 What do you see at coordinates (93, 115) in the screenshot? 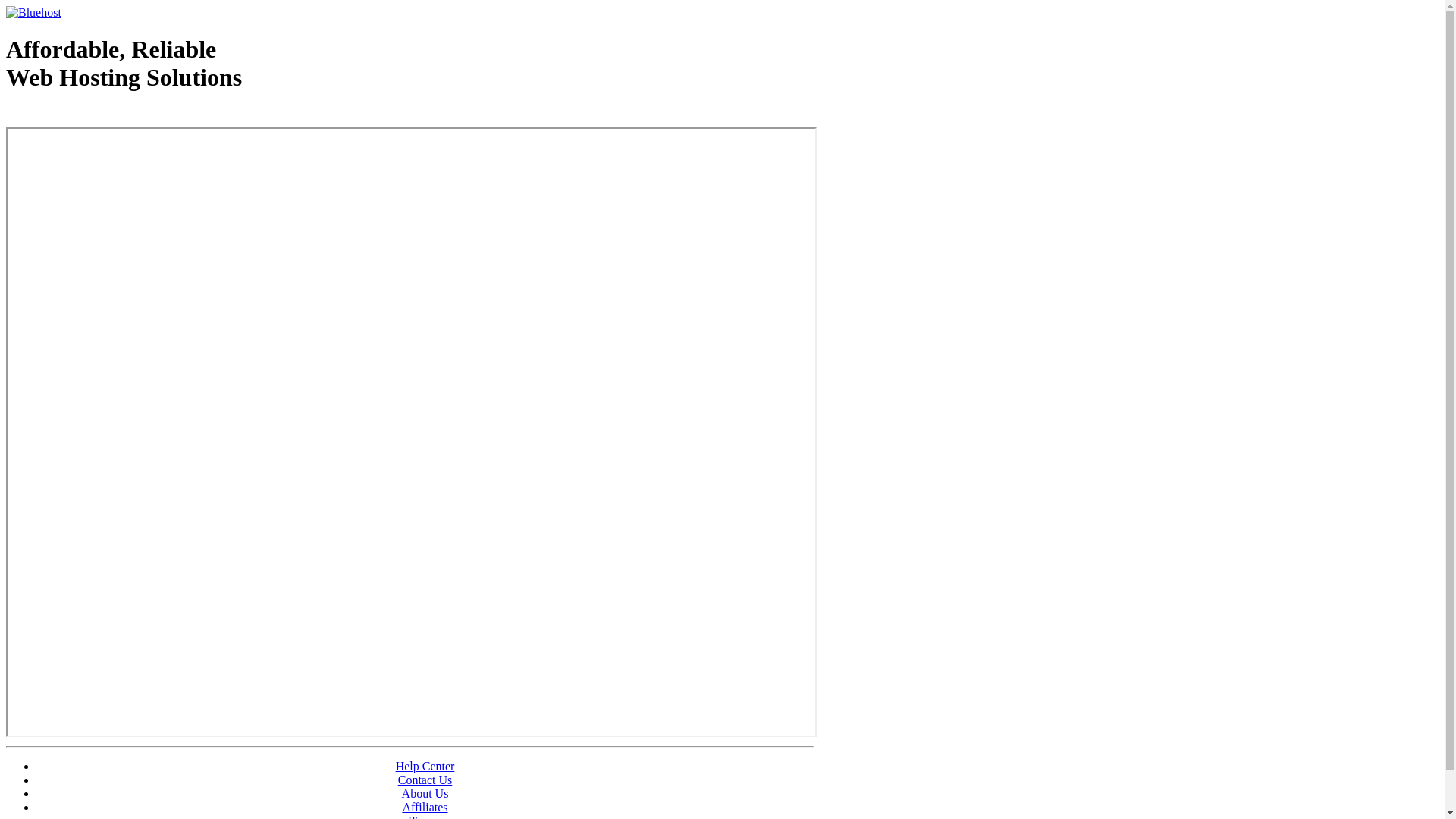
I see `'Web Hosting - courtesy of www.bluehost.com'` at bounding box center [93, 115].